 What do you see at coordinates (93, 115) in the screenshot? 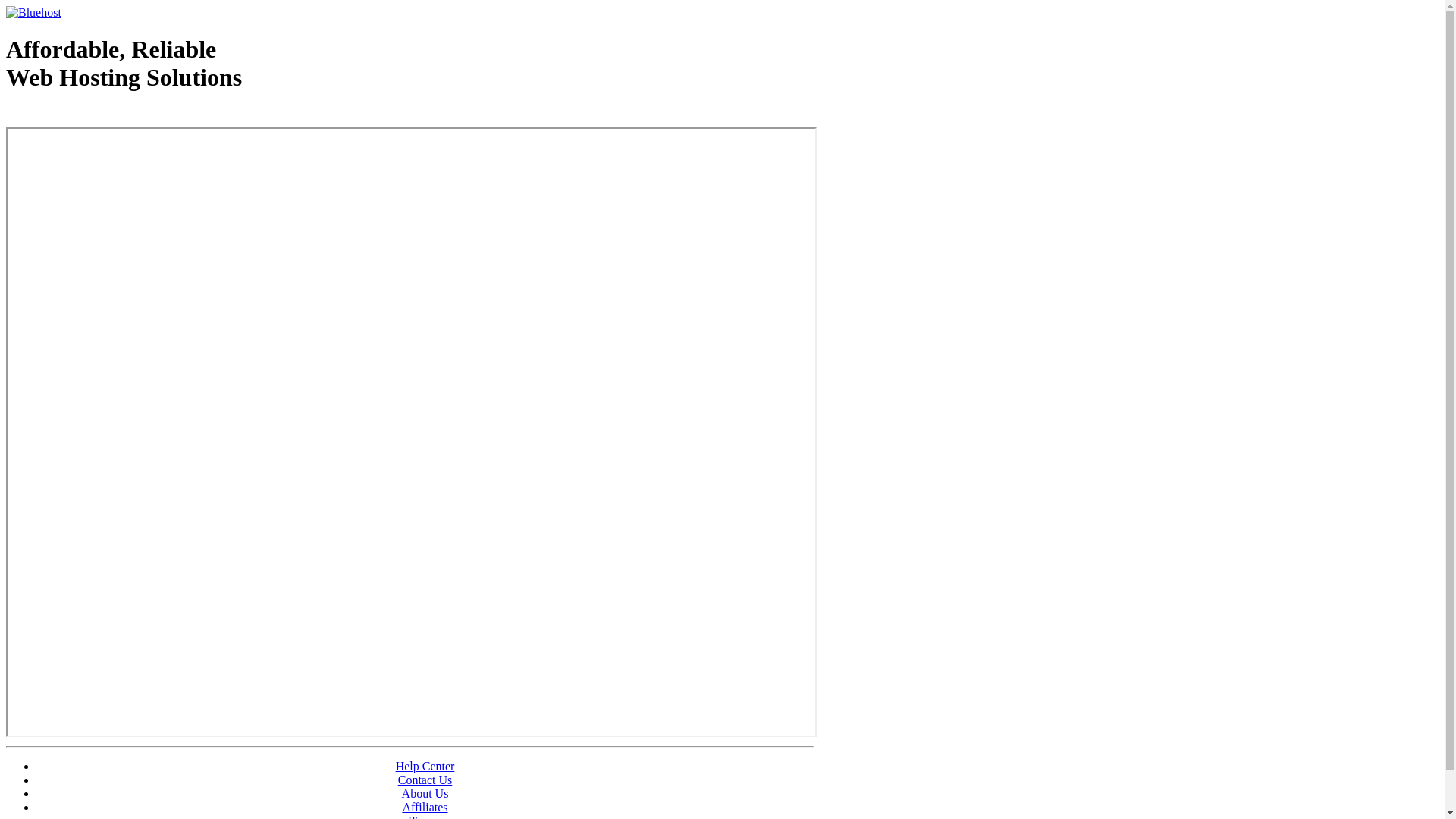
I see `'Web Hosting - courtesy of www.bluehost.com'` at bounding box center [93, 115].